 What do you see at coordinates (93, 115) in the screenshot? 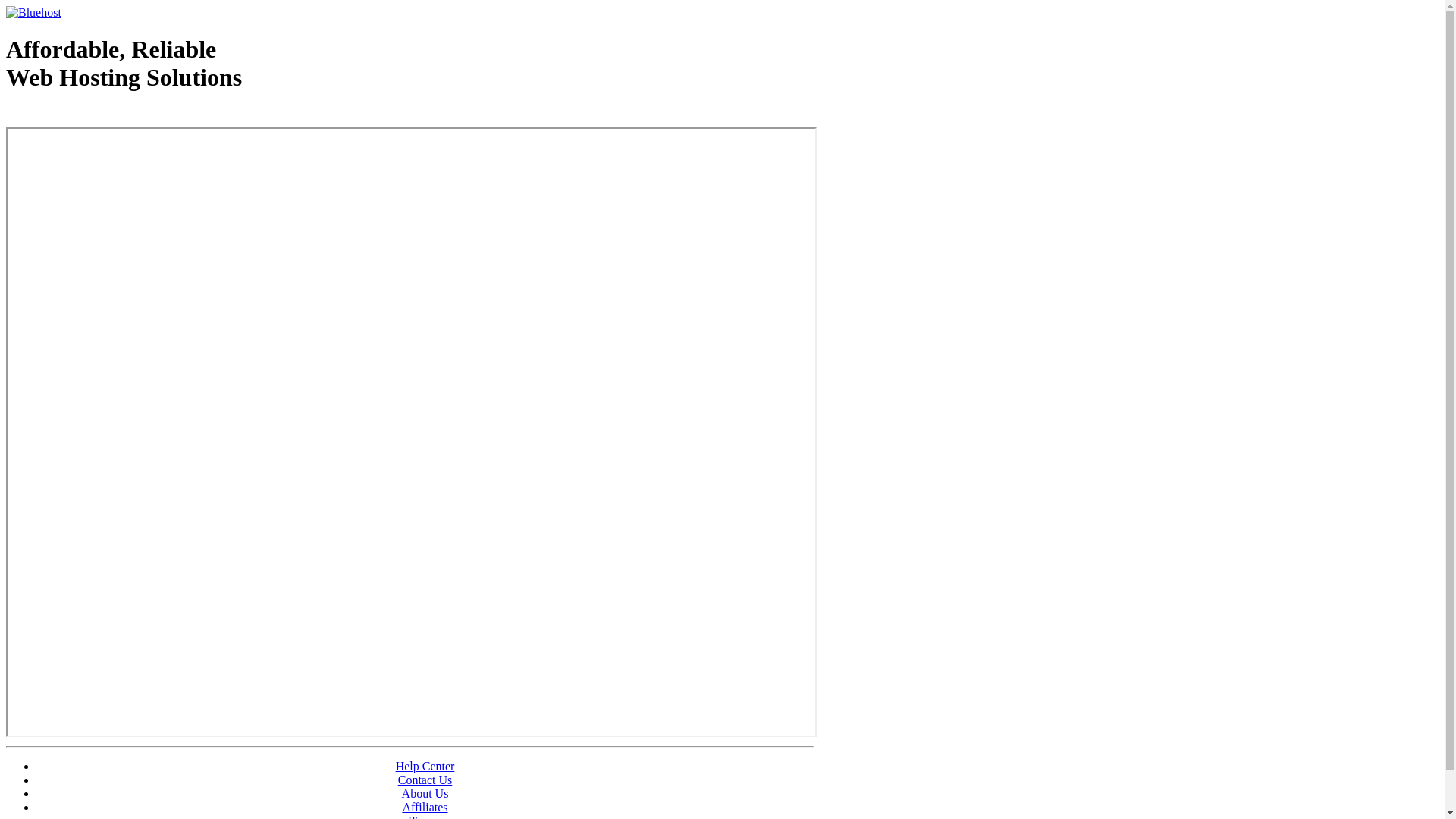
I see `'Web Hosting - courtesy of www.bluehost.com'` at bounding box center [93, 115].